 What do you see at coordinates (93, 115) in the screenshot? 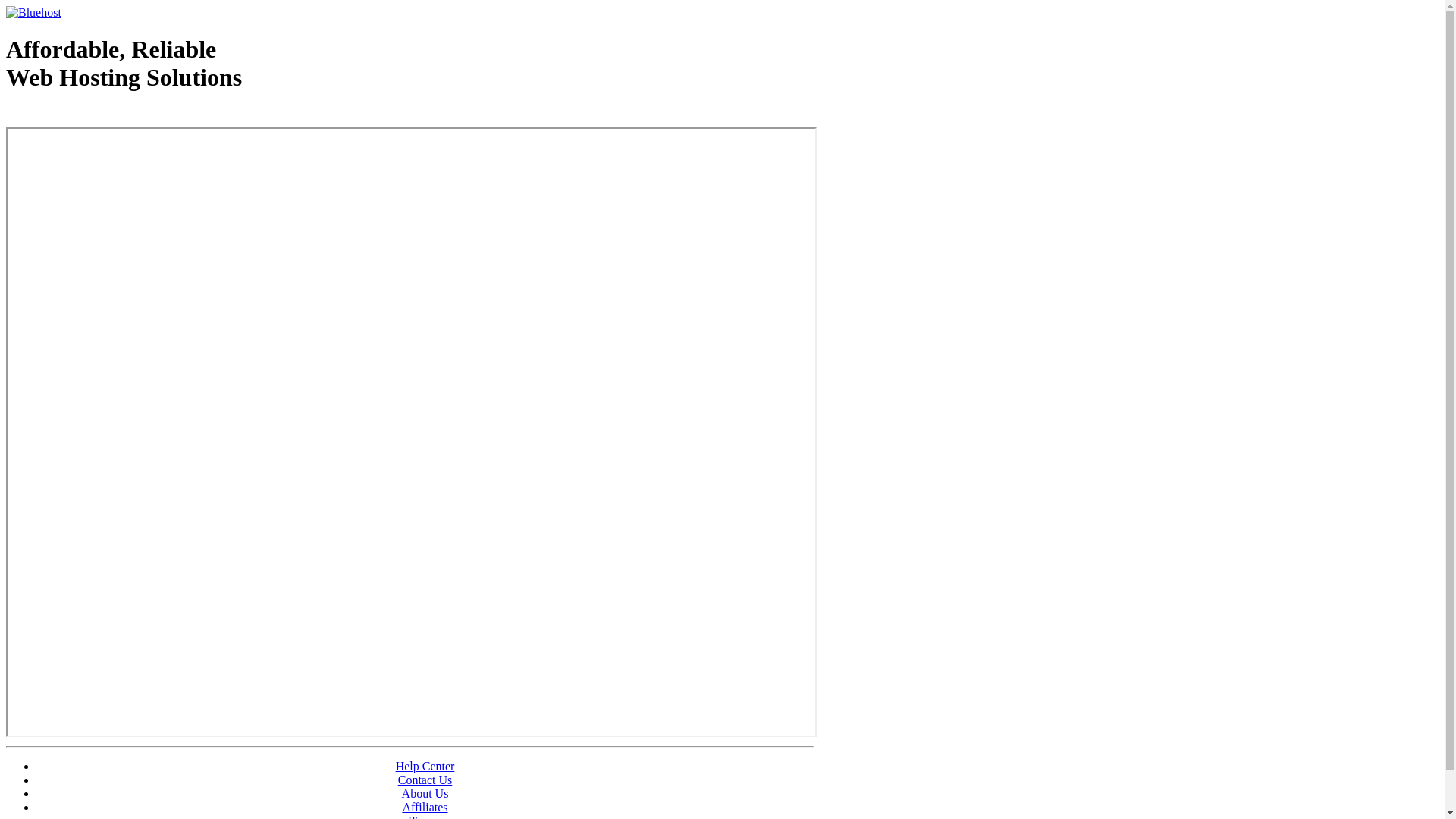
I see `'Web Hosting - courtesy of www.bluehost.com'` at bounding box center [93, 115].